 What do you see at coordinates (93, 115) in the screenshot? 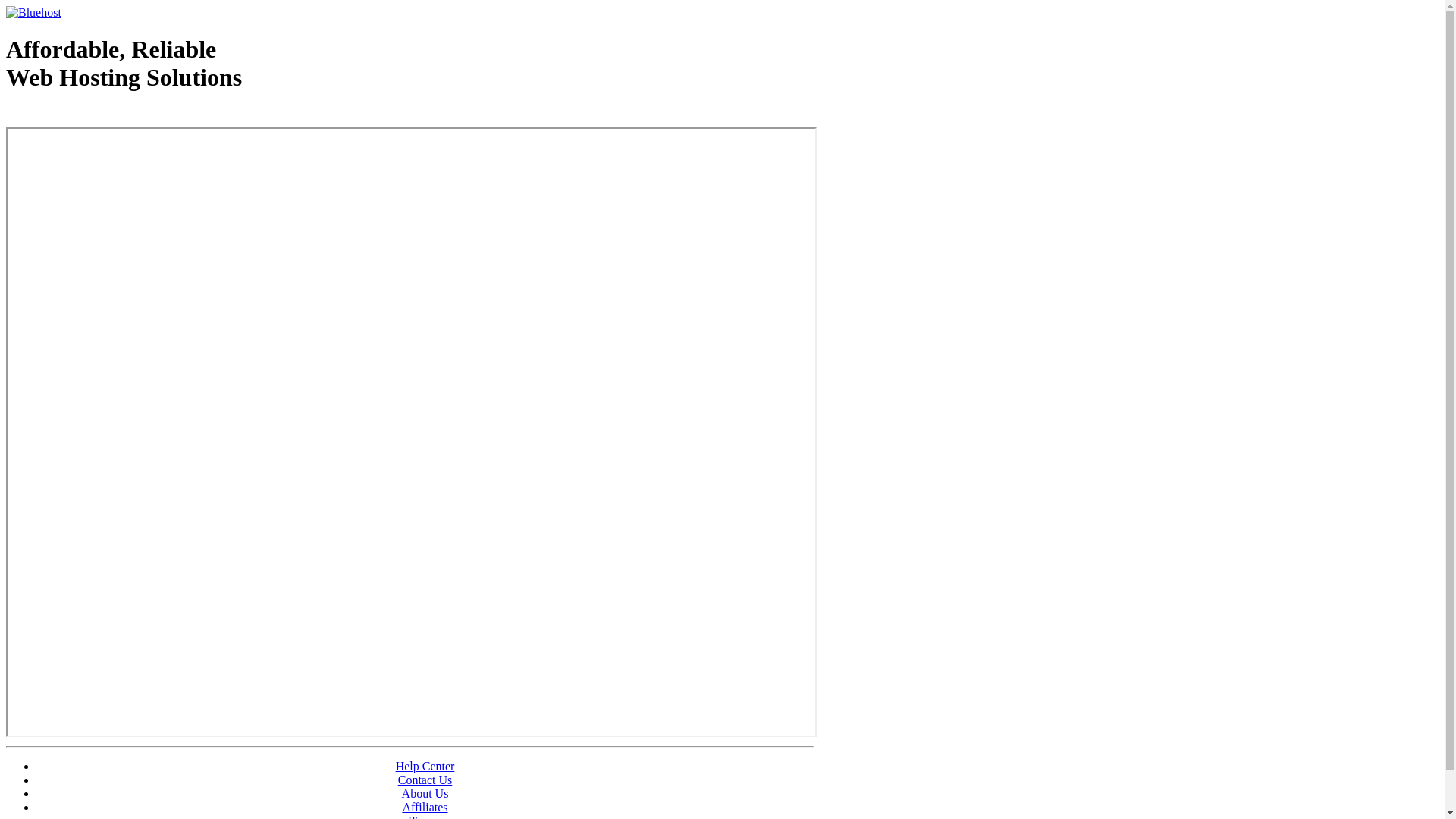
I see `'Web Hosting - courtesy of www.bluehost.com'` at bounding box center [93, 115].